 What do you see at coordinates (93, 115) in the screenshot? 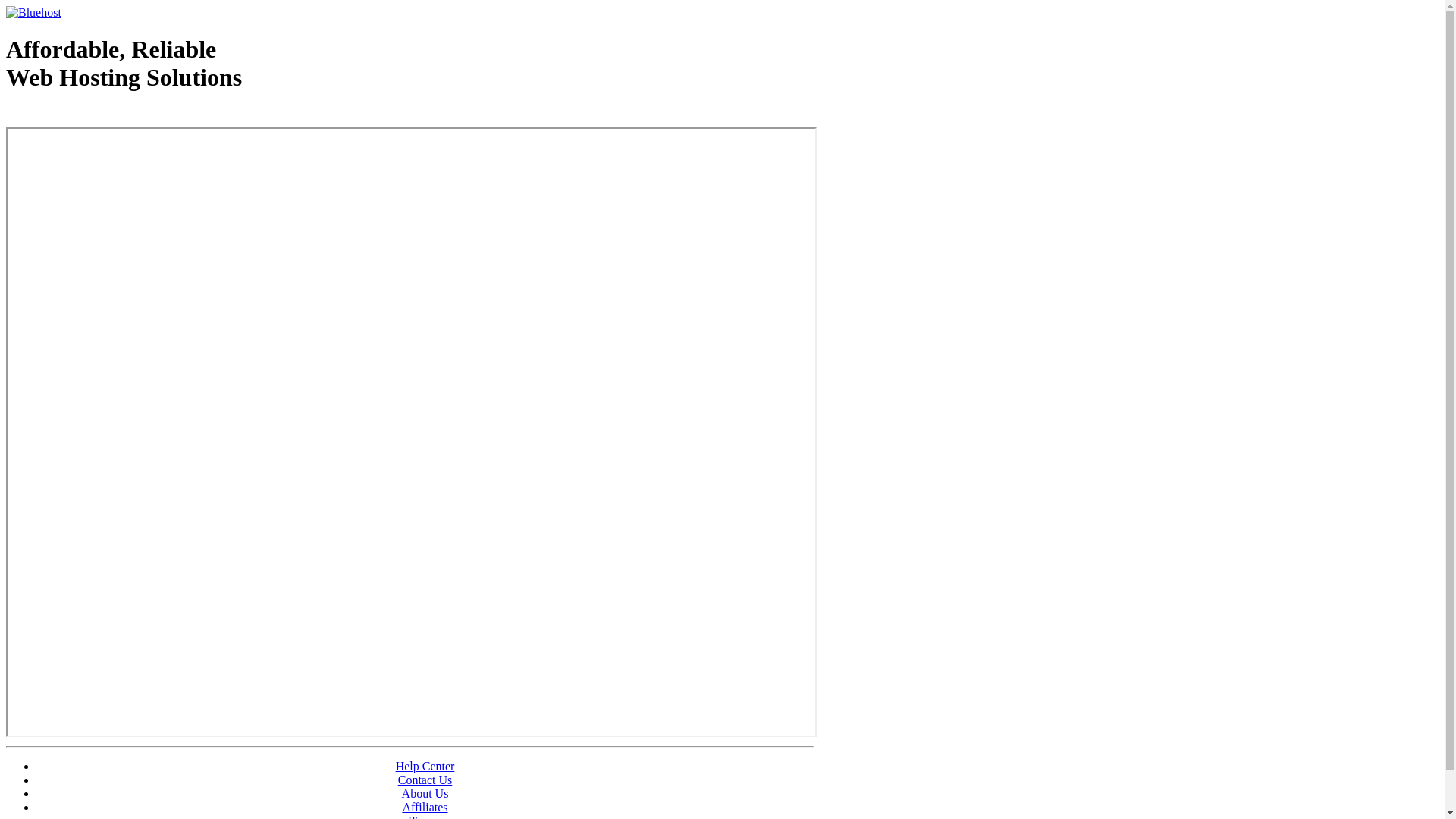
I see `'Web Hosting - courtesy of www.bluehost.com'` at bounding box center [93, 115].